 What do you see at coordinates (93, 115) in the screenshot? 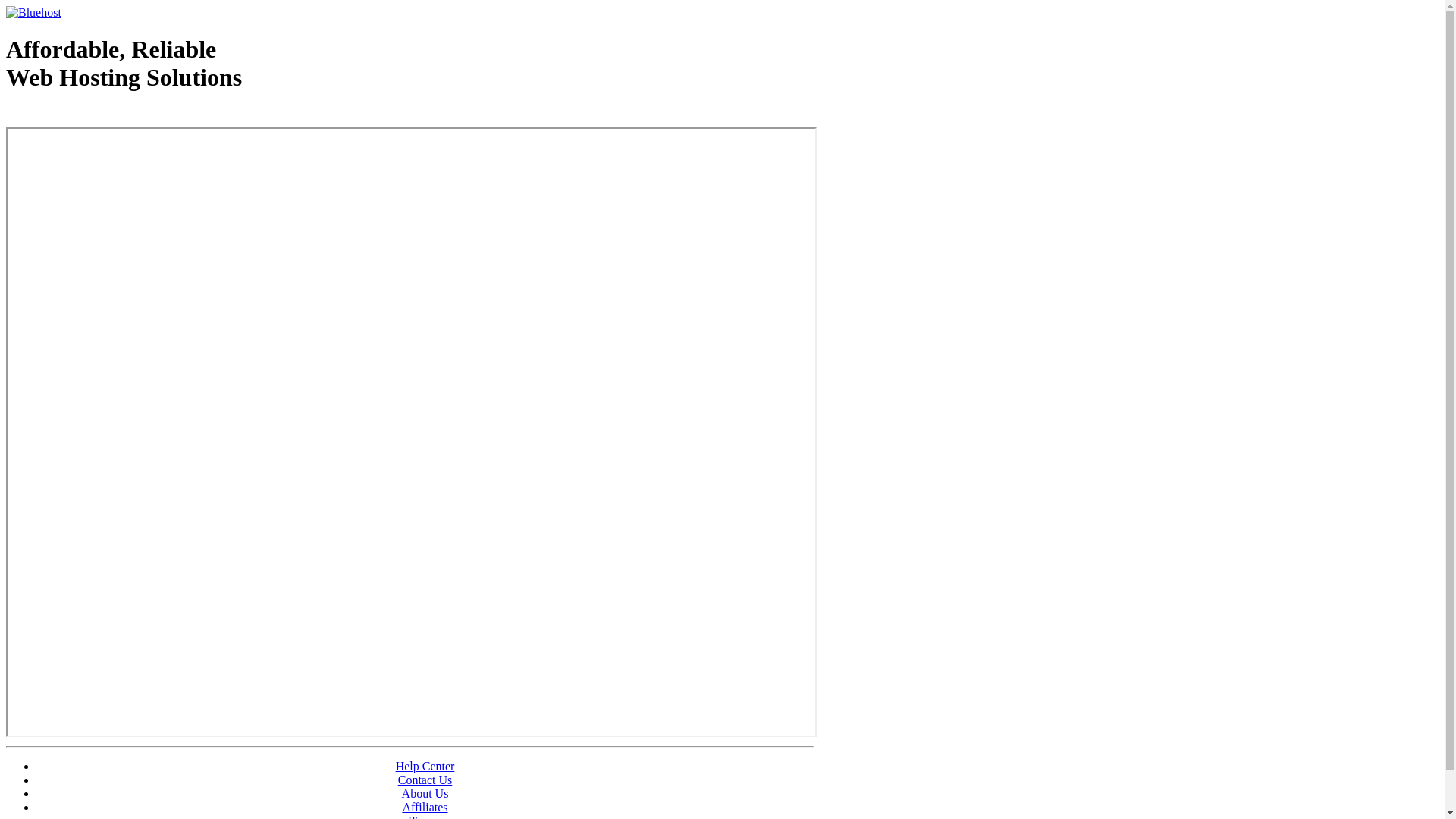
I see `'Web Hosting - courtesy of www.bluehost.com'` at bounding box center [93, 115].